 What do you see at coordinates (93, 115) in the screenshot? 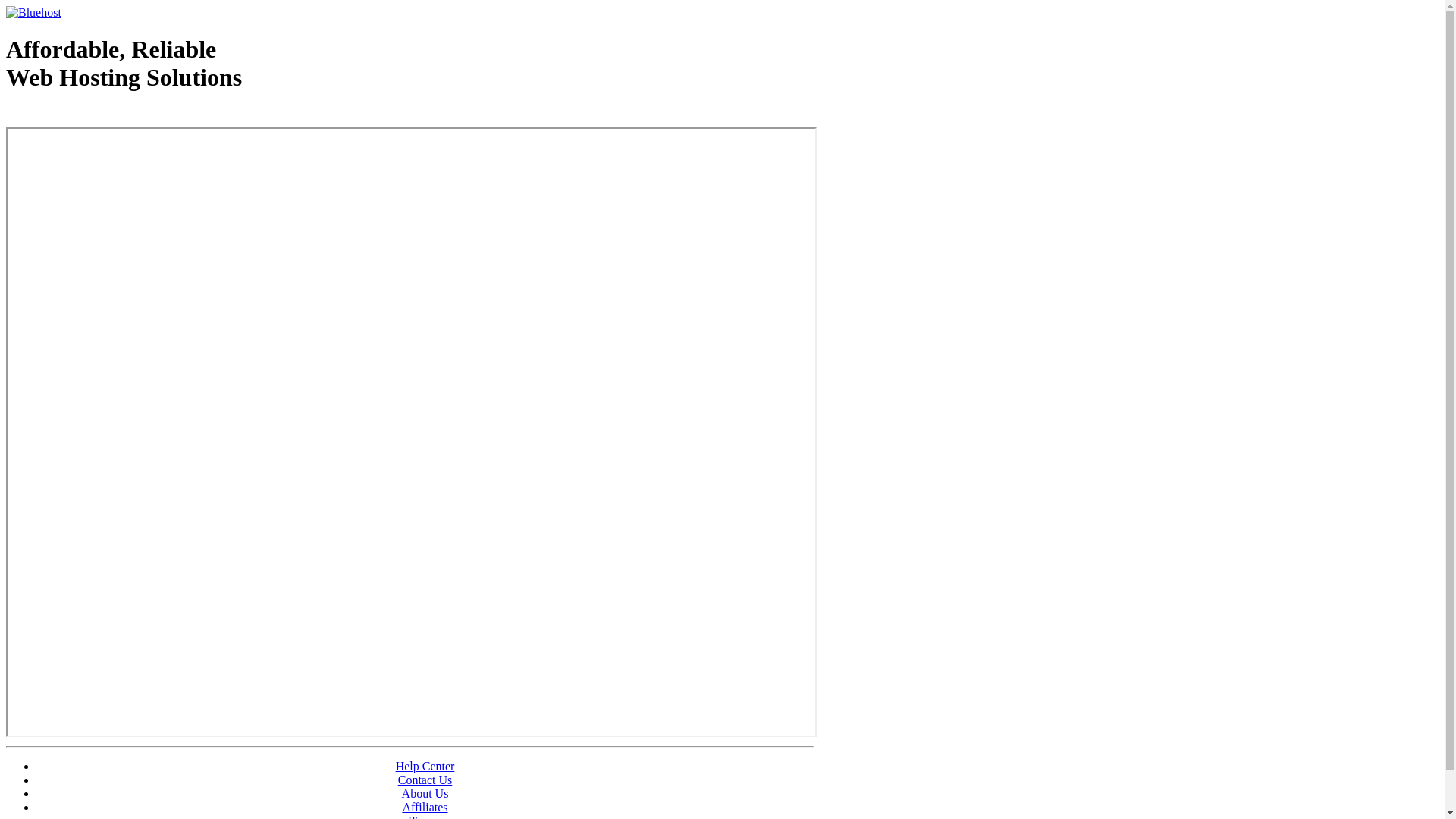
I see `'Web Hosting - courtesy of www.bluehost.com'` at bounding box center [93, 115].